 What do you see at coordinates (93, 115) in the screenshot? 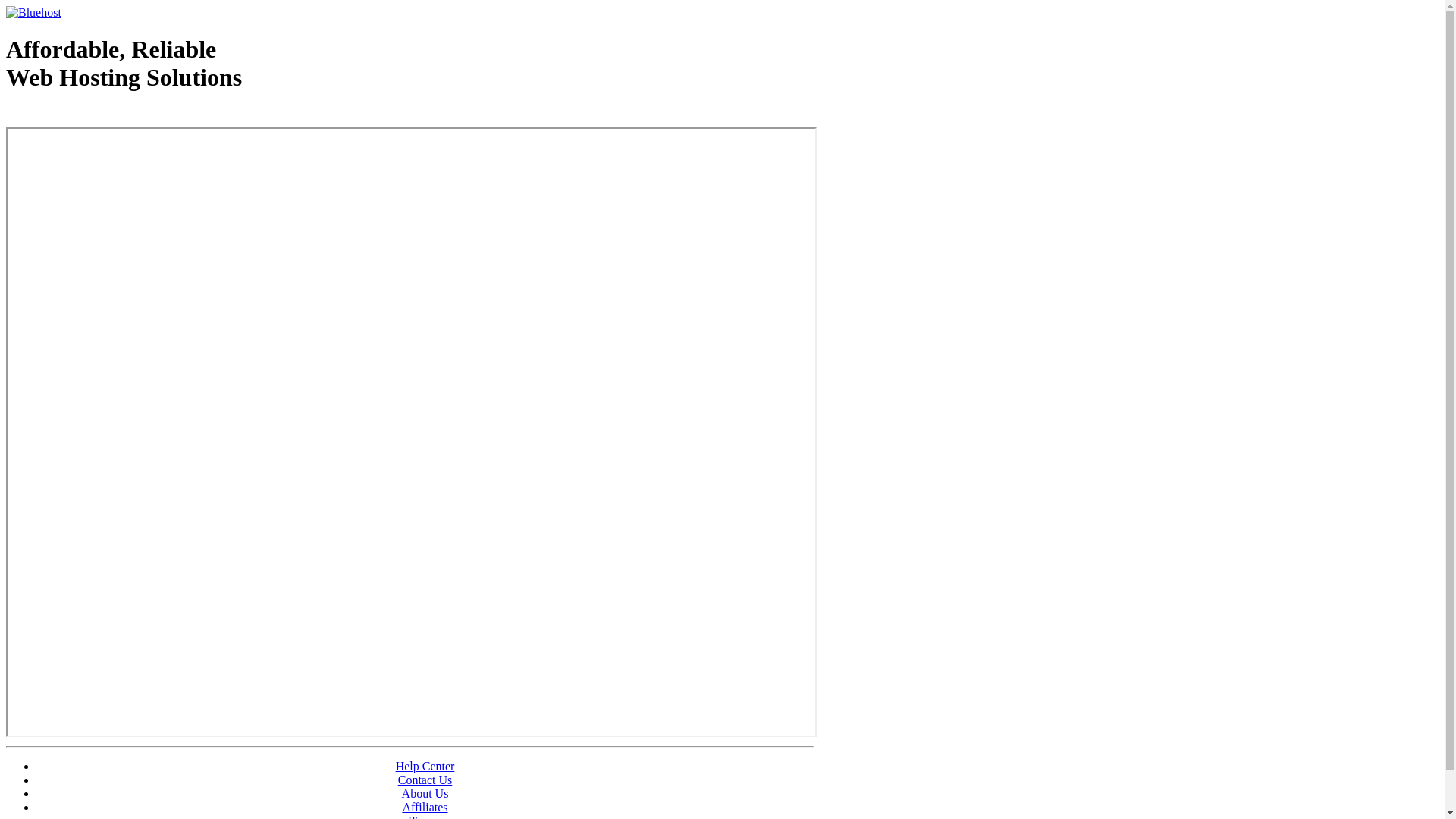
I see `'Web Hosting - courtesy of www.bluehost.com'` at bounding box center [93, 115].